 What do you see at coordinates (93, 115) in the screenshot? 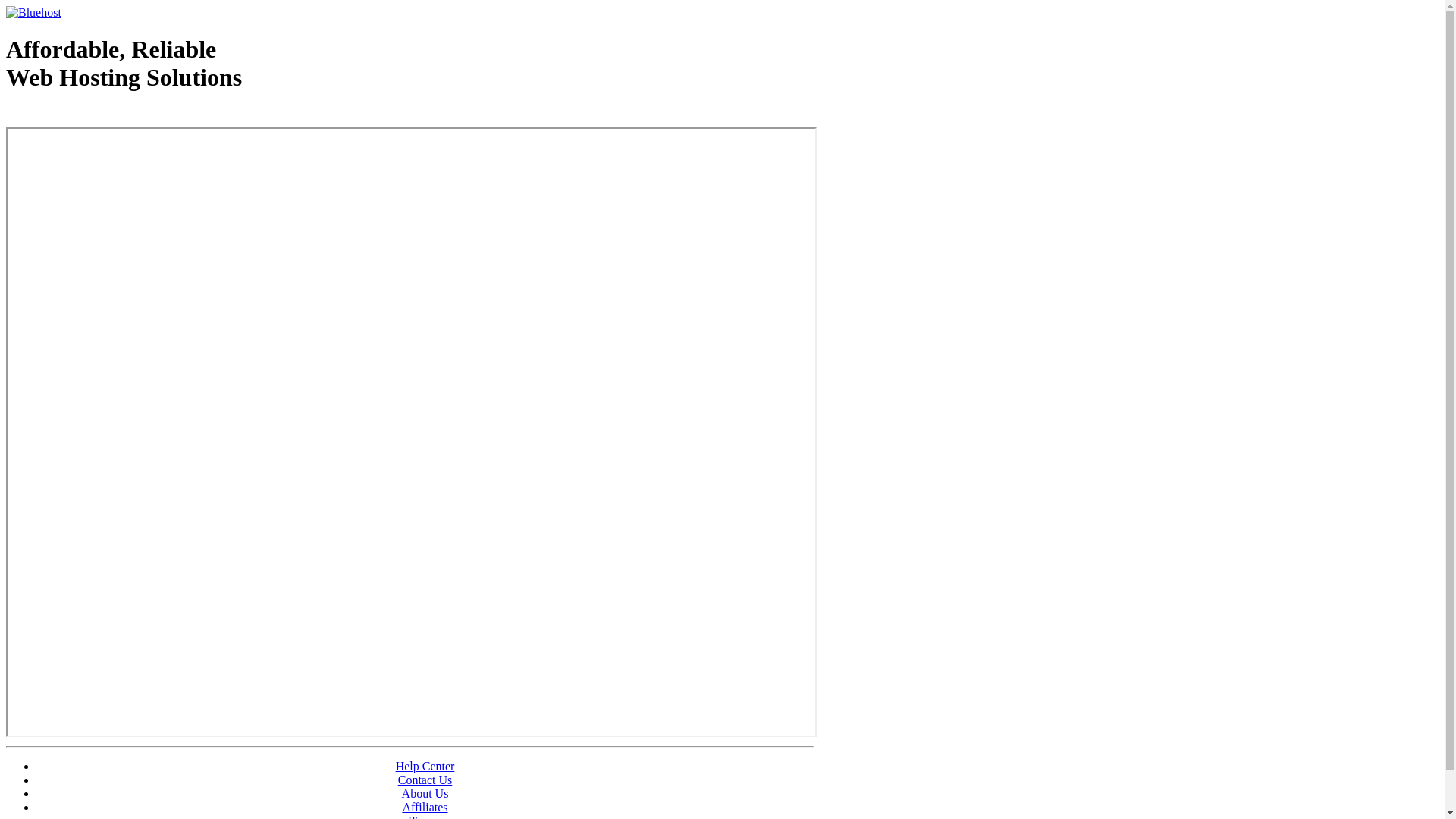
I see `'Web Hosting - courtesy of www.bluehost.com'` at bounding box center [93, 115].